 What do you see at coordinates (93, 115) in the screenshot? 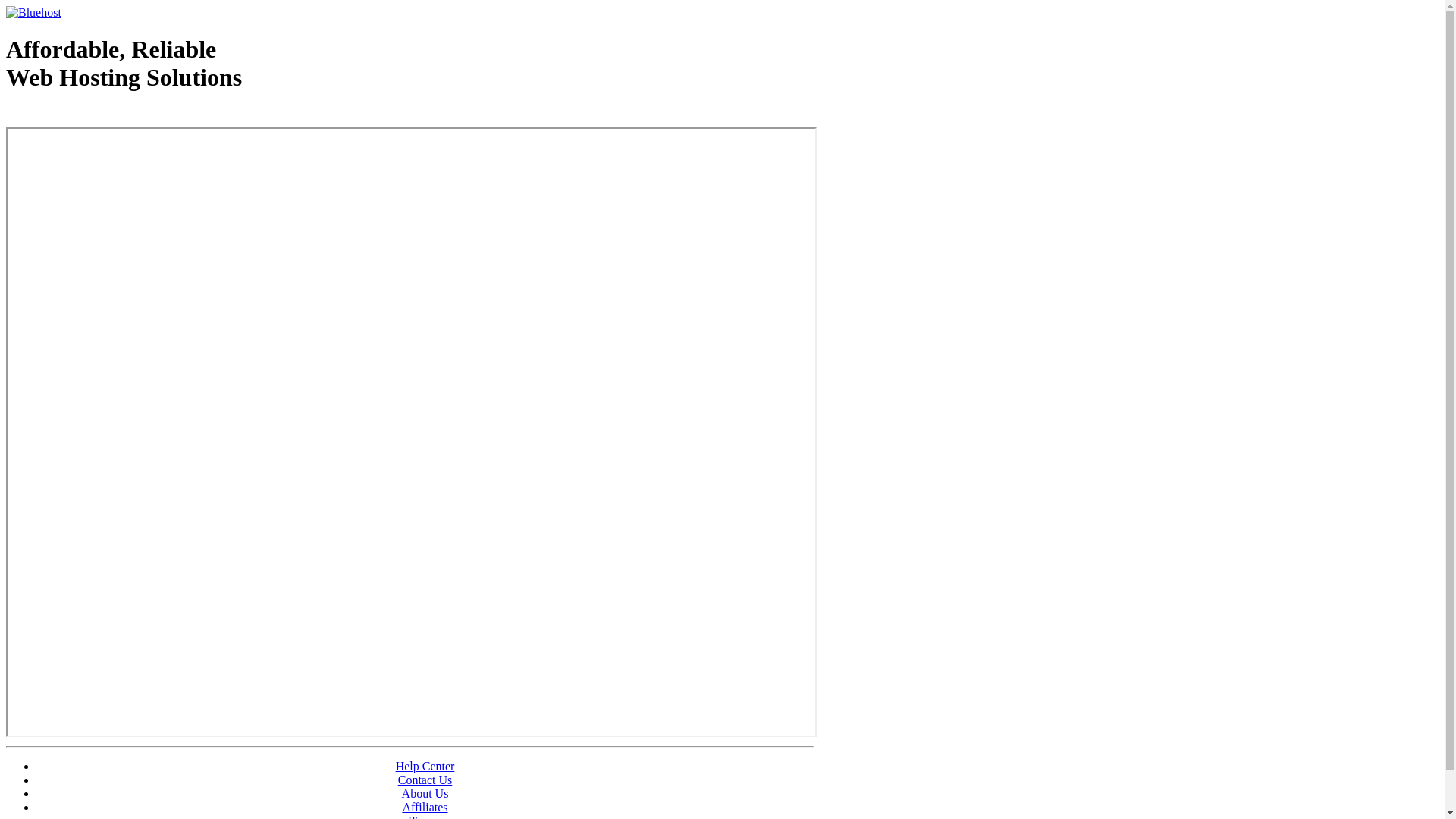
I see `'Web Hosting - courtesy of www.bluehost.com'` at bounding box center [93, 115].